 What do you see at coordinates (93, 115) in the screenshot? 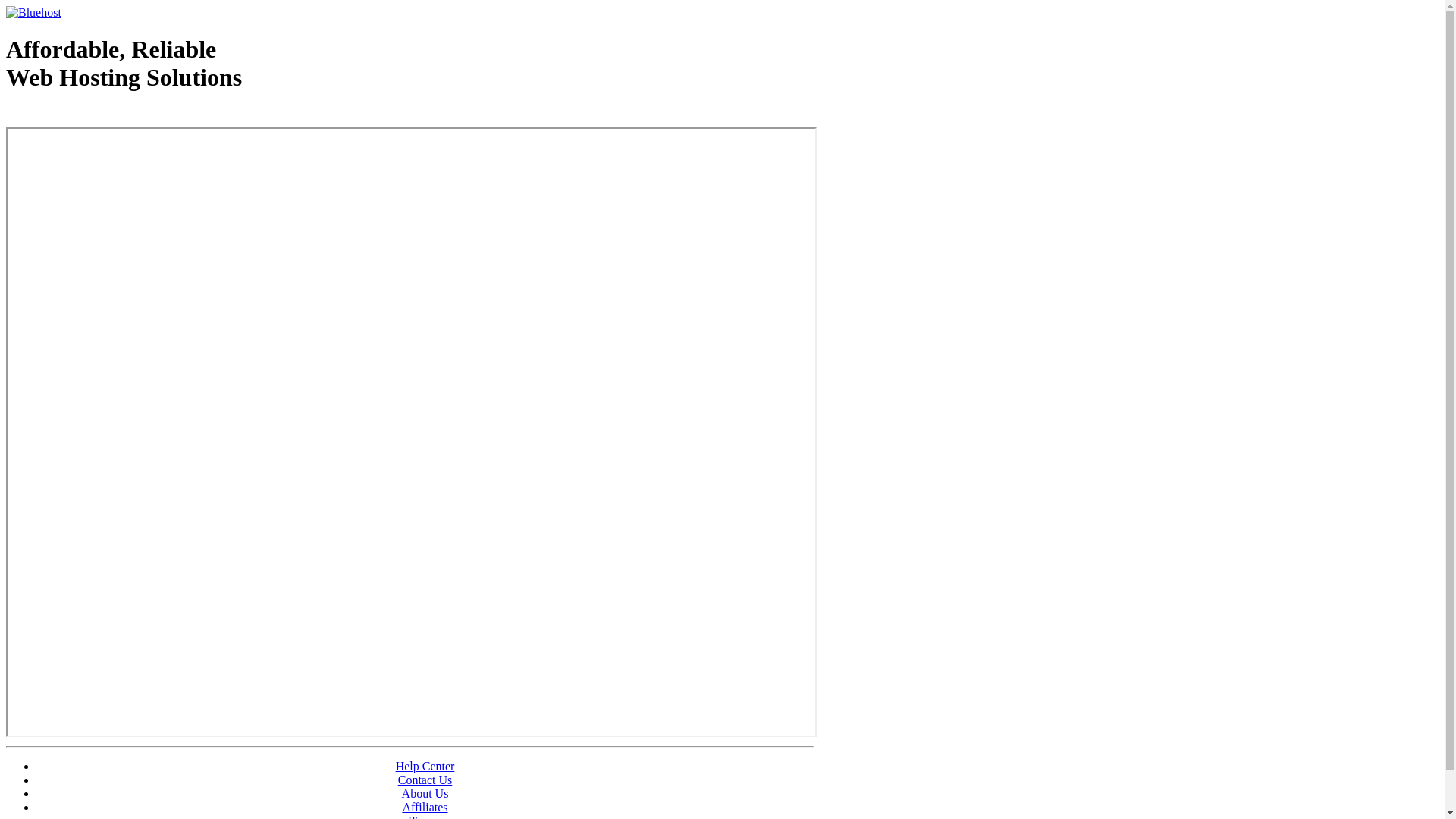
I see `'Web Hosting - courtesy of www.bluehost.com'` at bounding box center [93, 115].